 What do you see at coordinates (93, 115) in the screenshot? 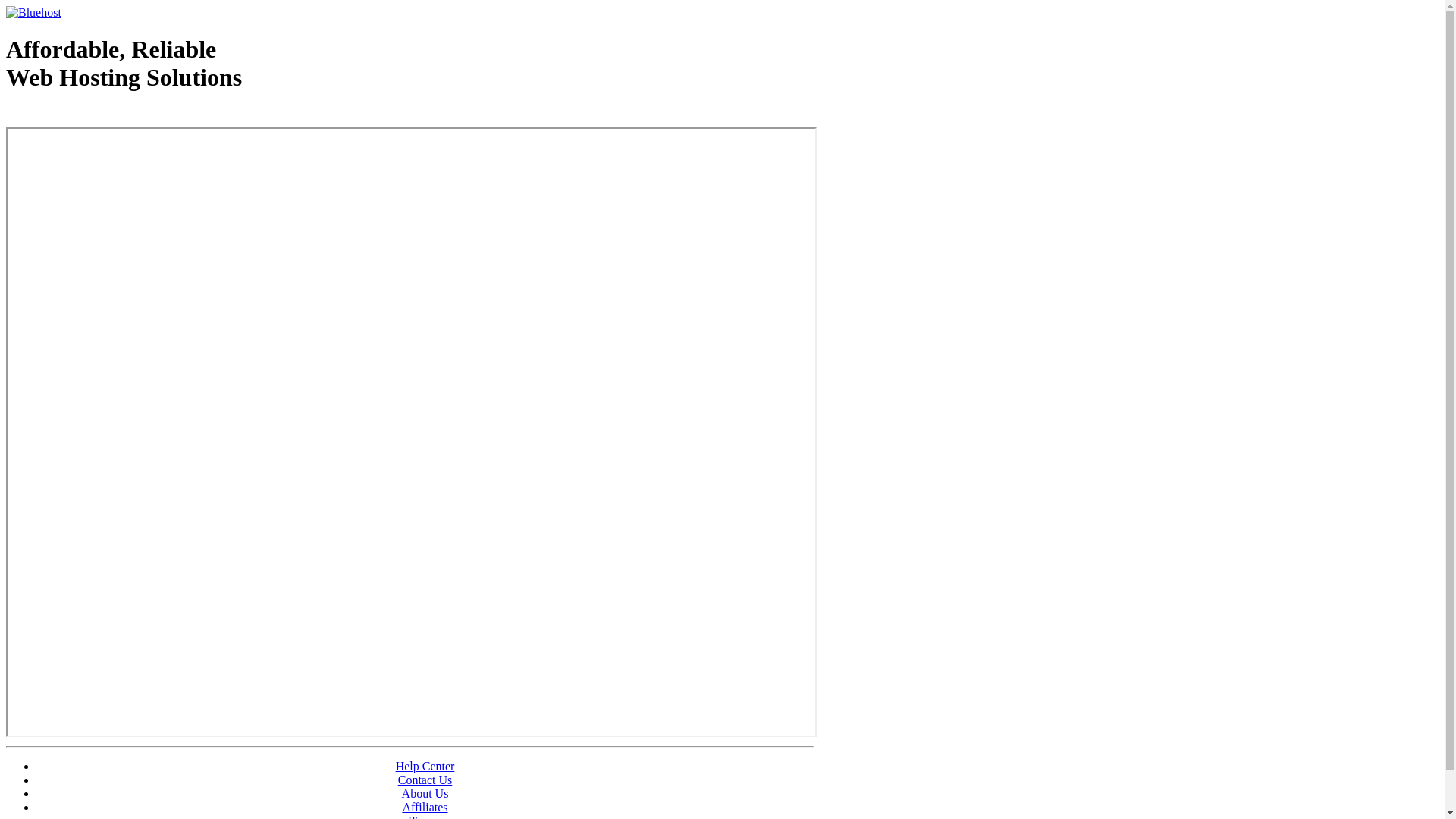
I see `'Web Hosting - courtesy of www.bluehost.com'` at bounding box center [93, 115].